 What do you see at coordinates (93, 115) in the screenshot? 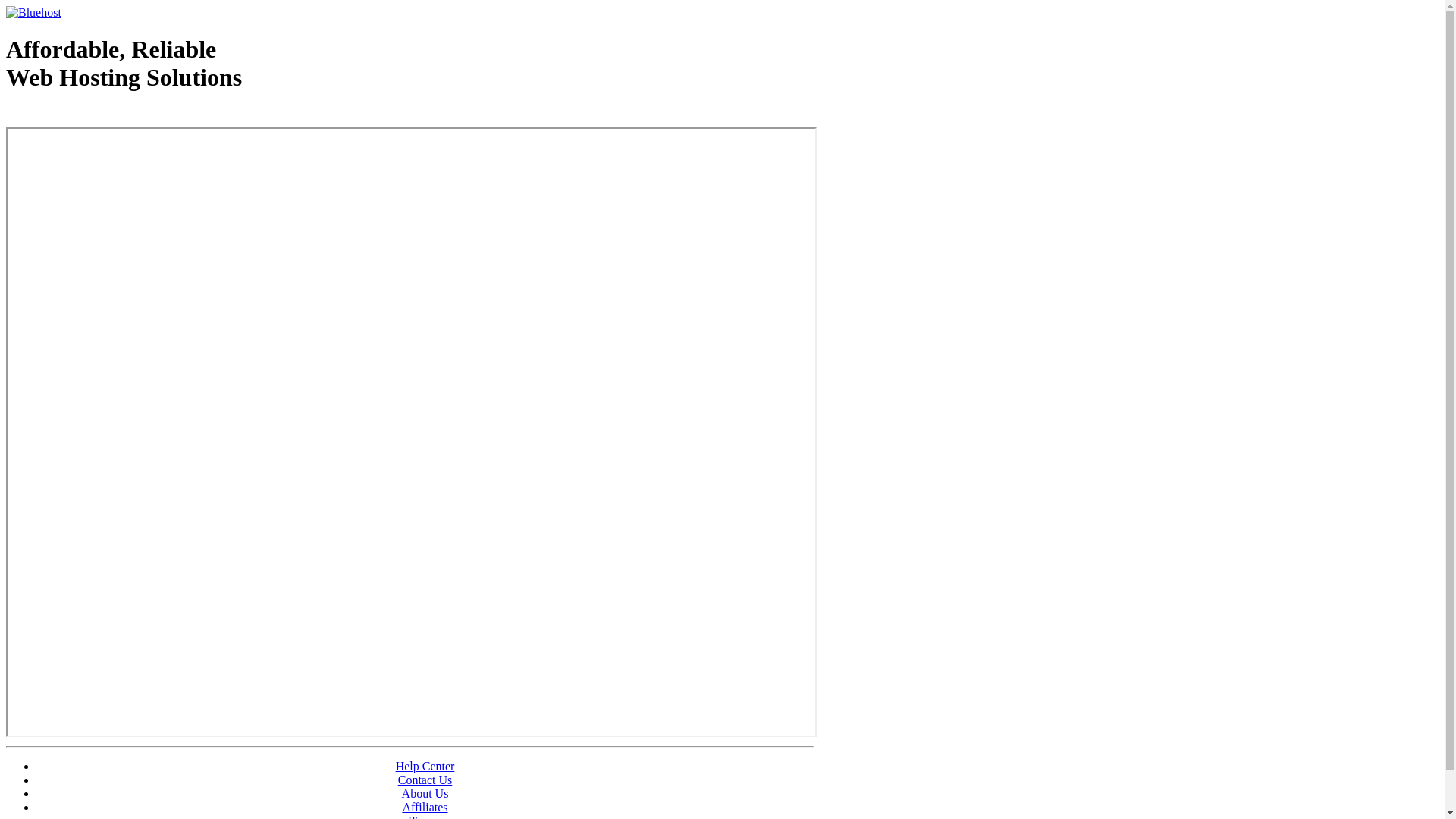
I see `'Web Hosting - courtesy of www.bluehost.com'` at bounding box center [93, 115].